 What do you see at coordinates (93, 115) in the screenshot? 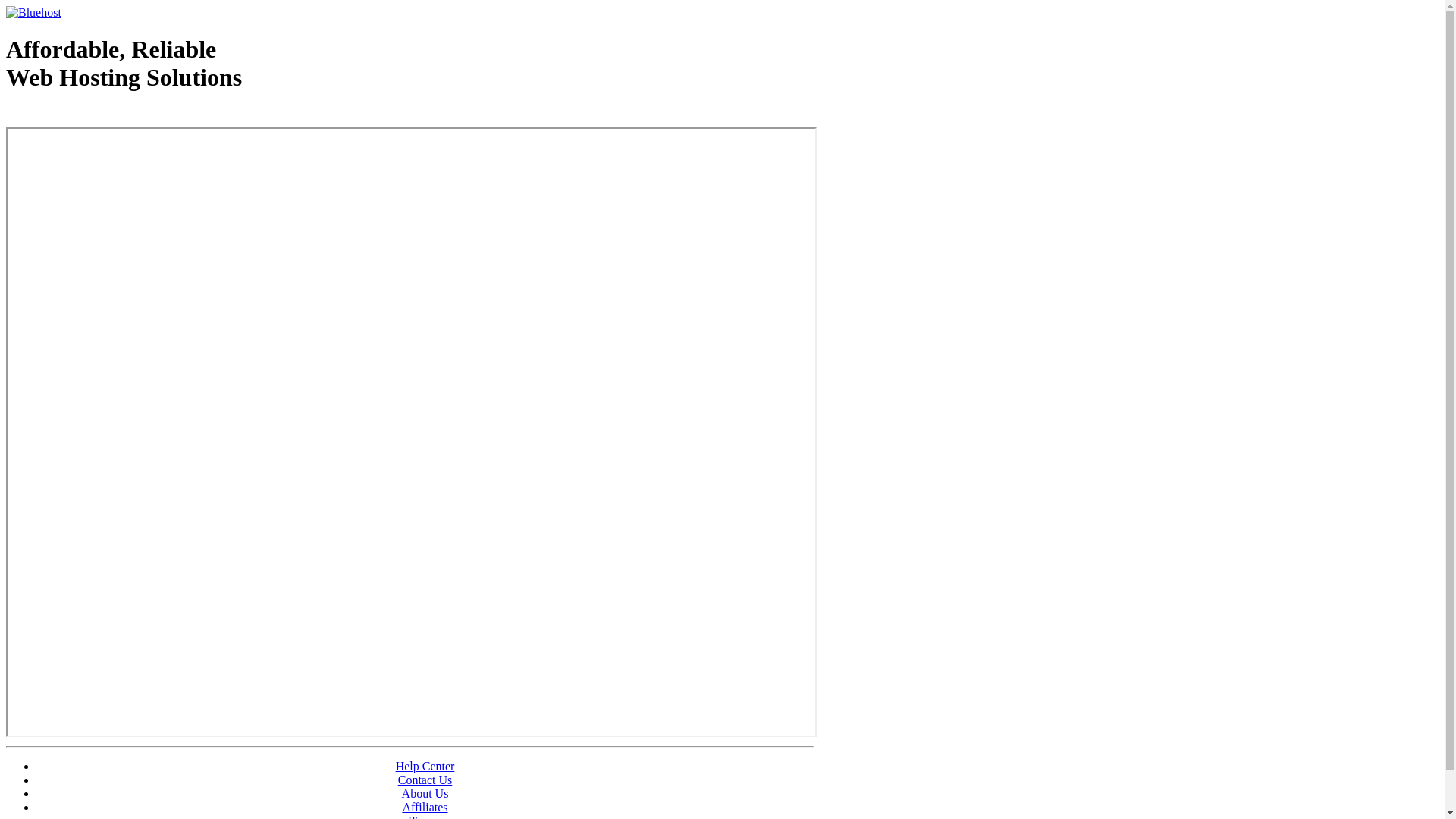
I see `'Web Hosting - courtesy of www.bluehost.com'` at bounding box center [93, 115].